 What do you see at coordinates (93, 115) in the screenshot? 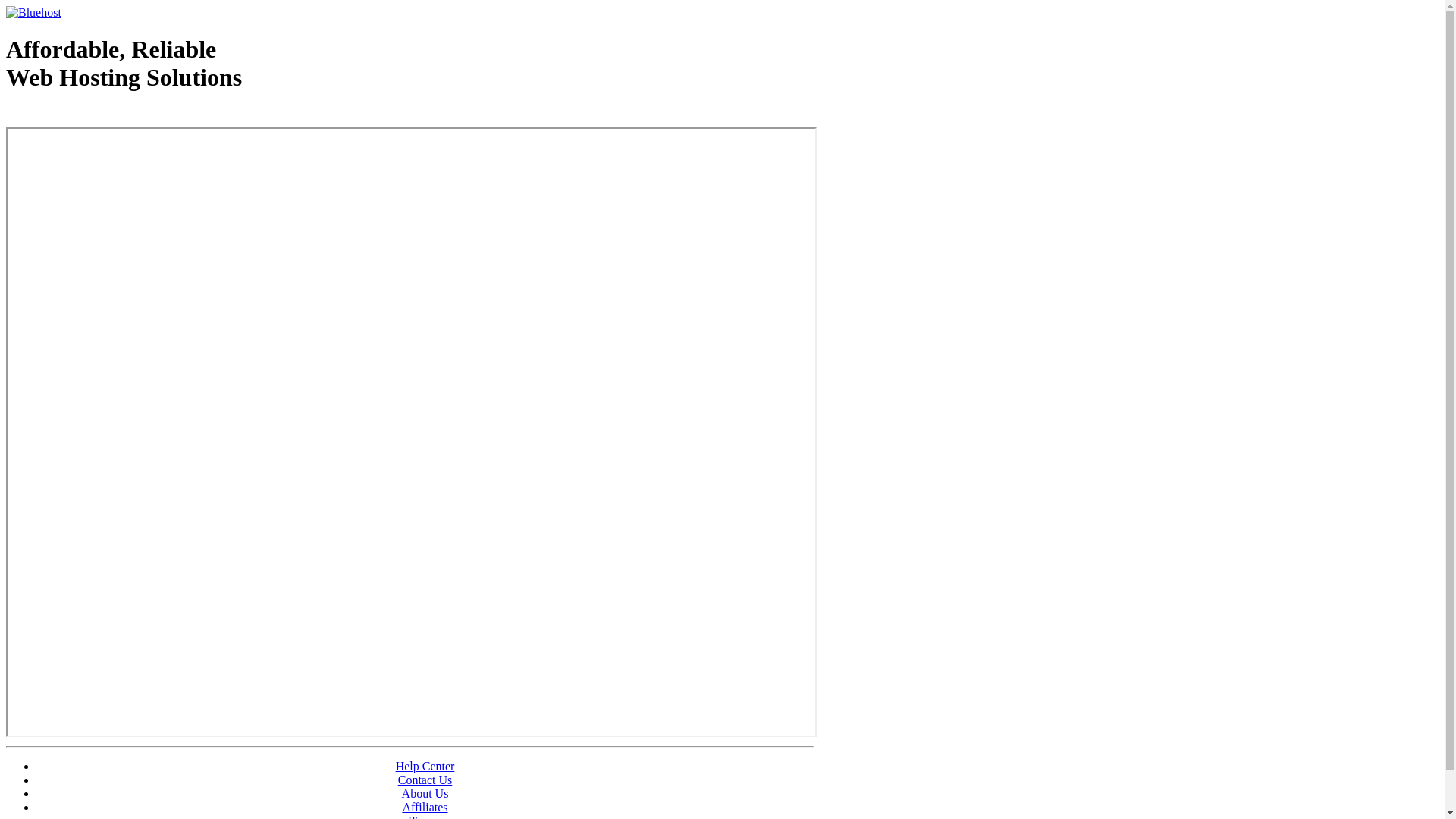
I see `'Web Hosting - courtesy of www.bluehost.com'` at bounding box center [93, 115].